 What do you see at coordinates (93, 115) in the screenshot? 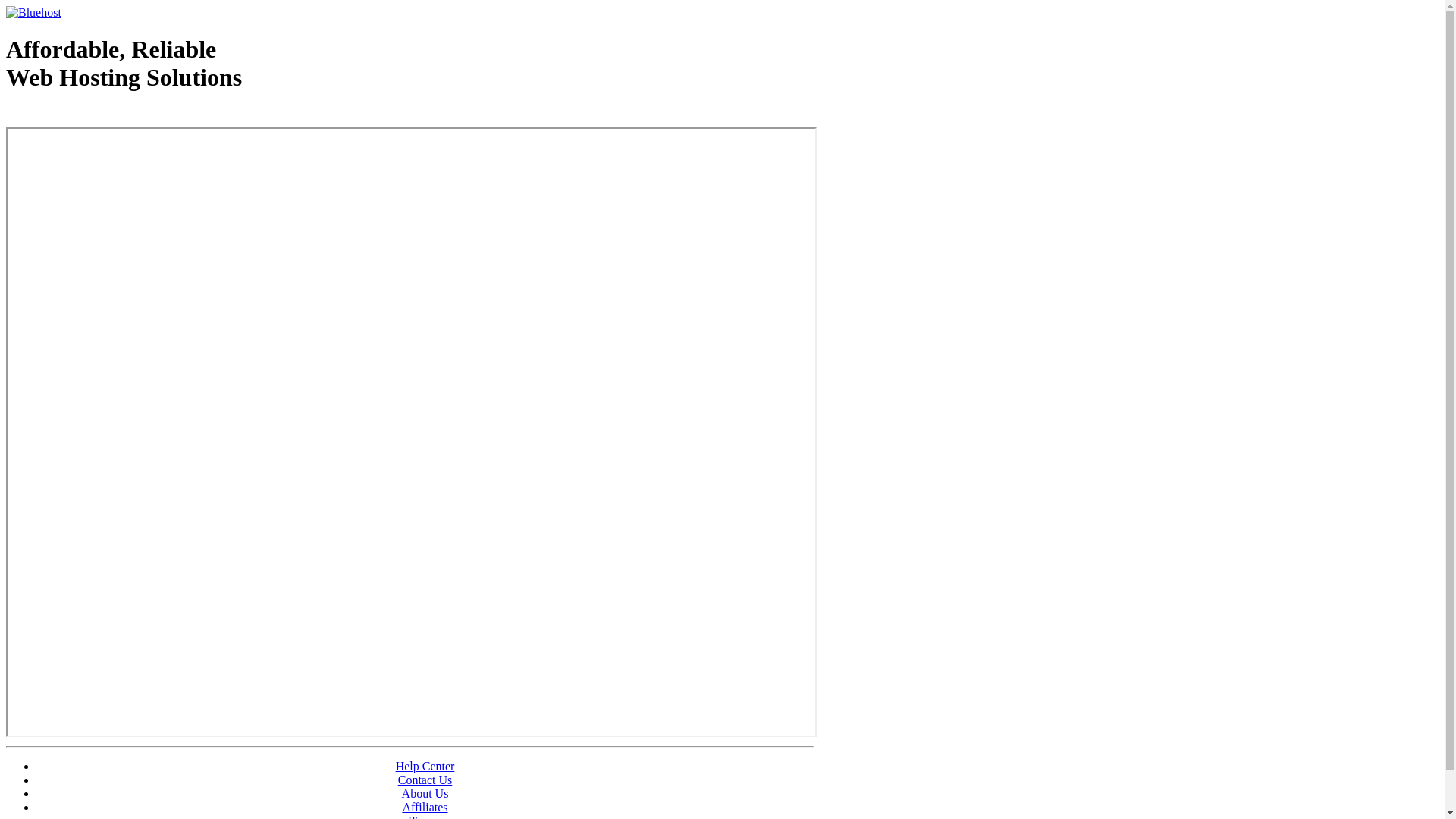
I see `'Web Hosting - courtesy of www.bluehost.com'` at bounding box center [93, 115].